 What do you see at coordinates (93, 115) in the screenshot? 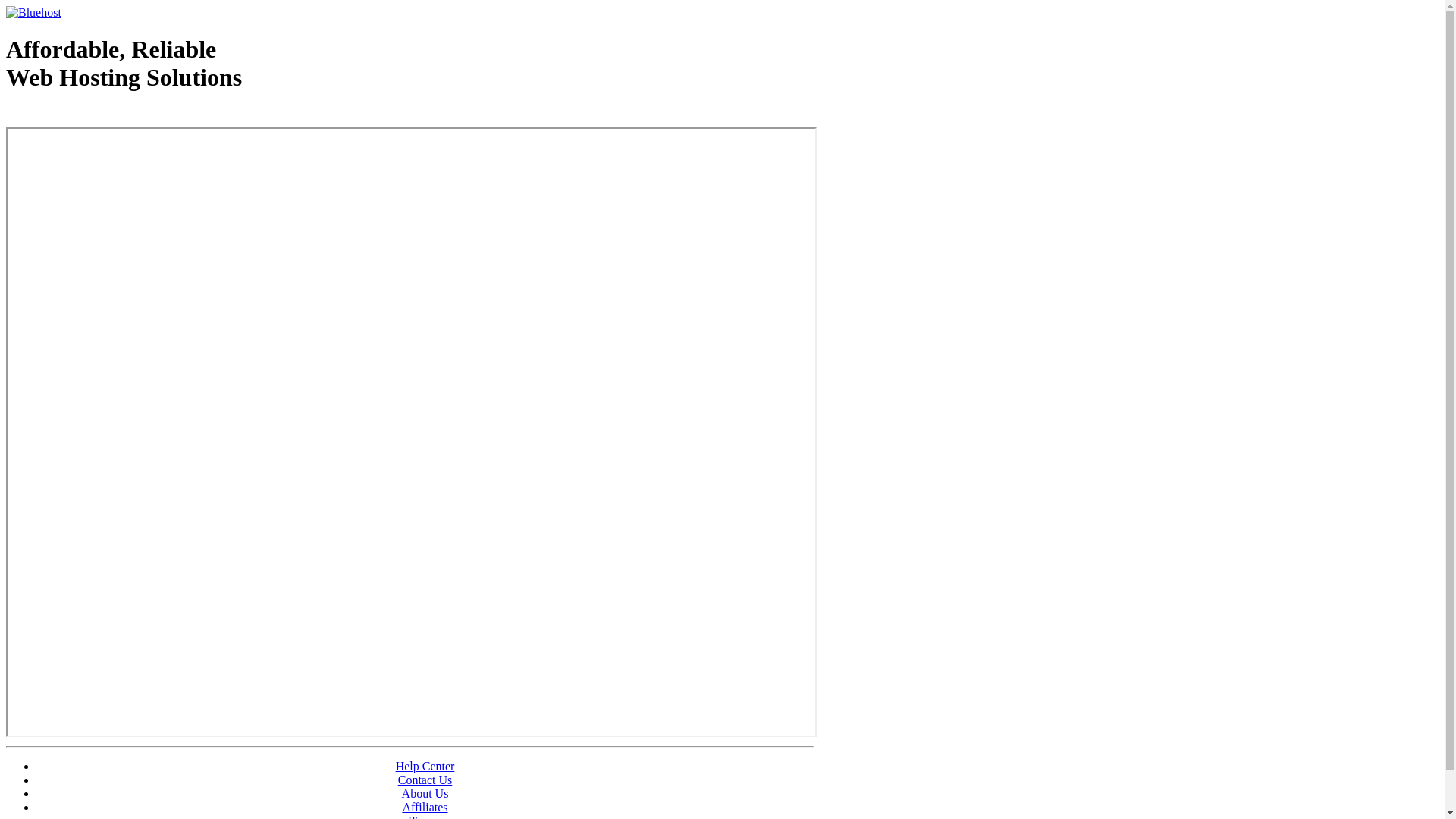
I see `'Web Hosting - courtesy of www.bluehost.com'` at bounding box center [93, 115].